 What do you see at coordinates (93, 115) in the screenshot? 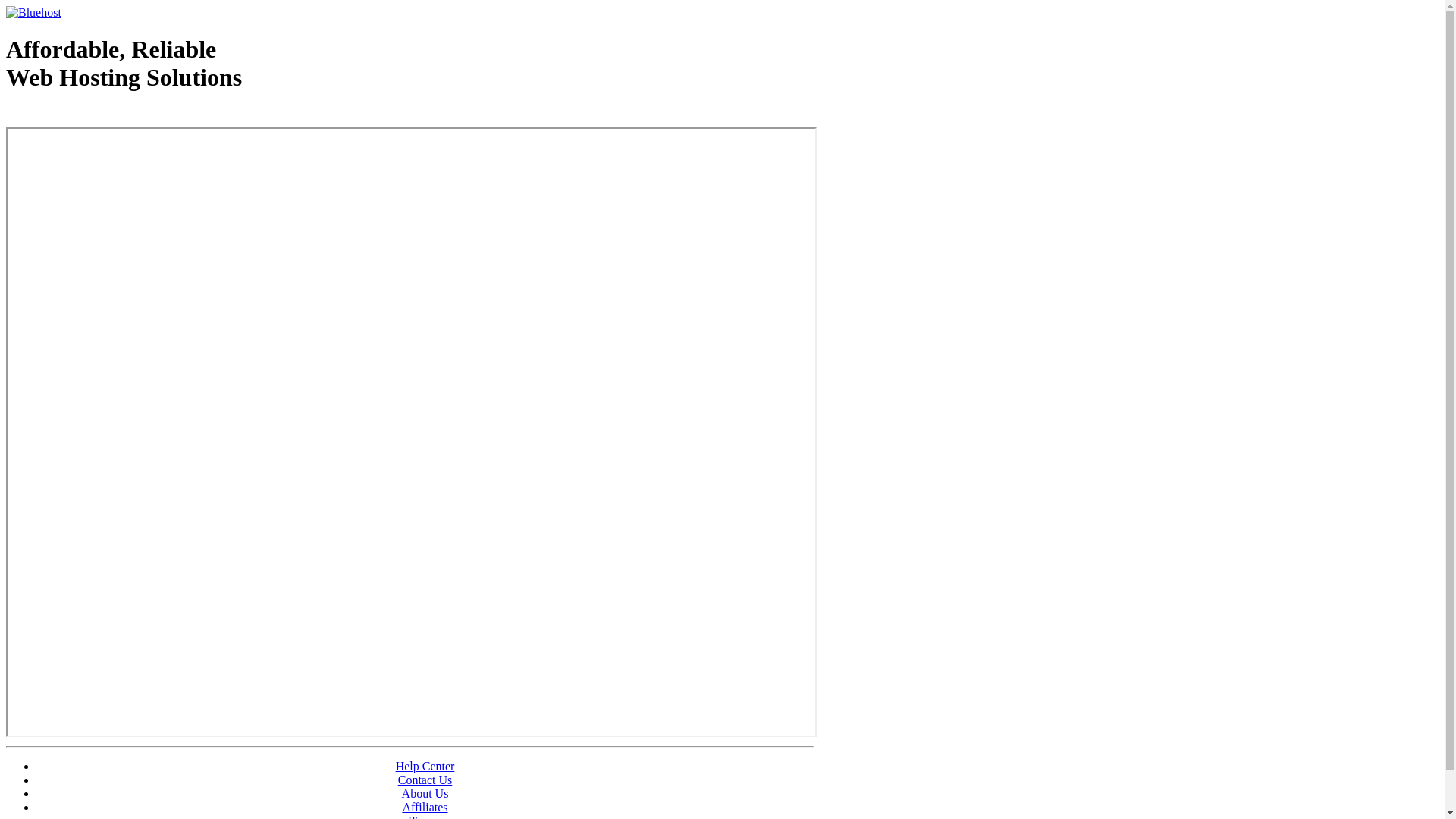
I see `'Web Hosting - courtesy of www.bluehost.com'` at bounding box center [93, 115].